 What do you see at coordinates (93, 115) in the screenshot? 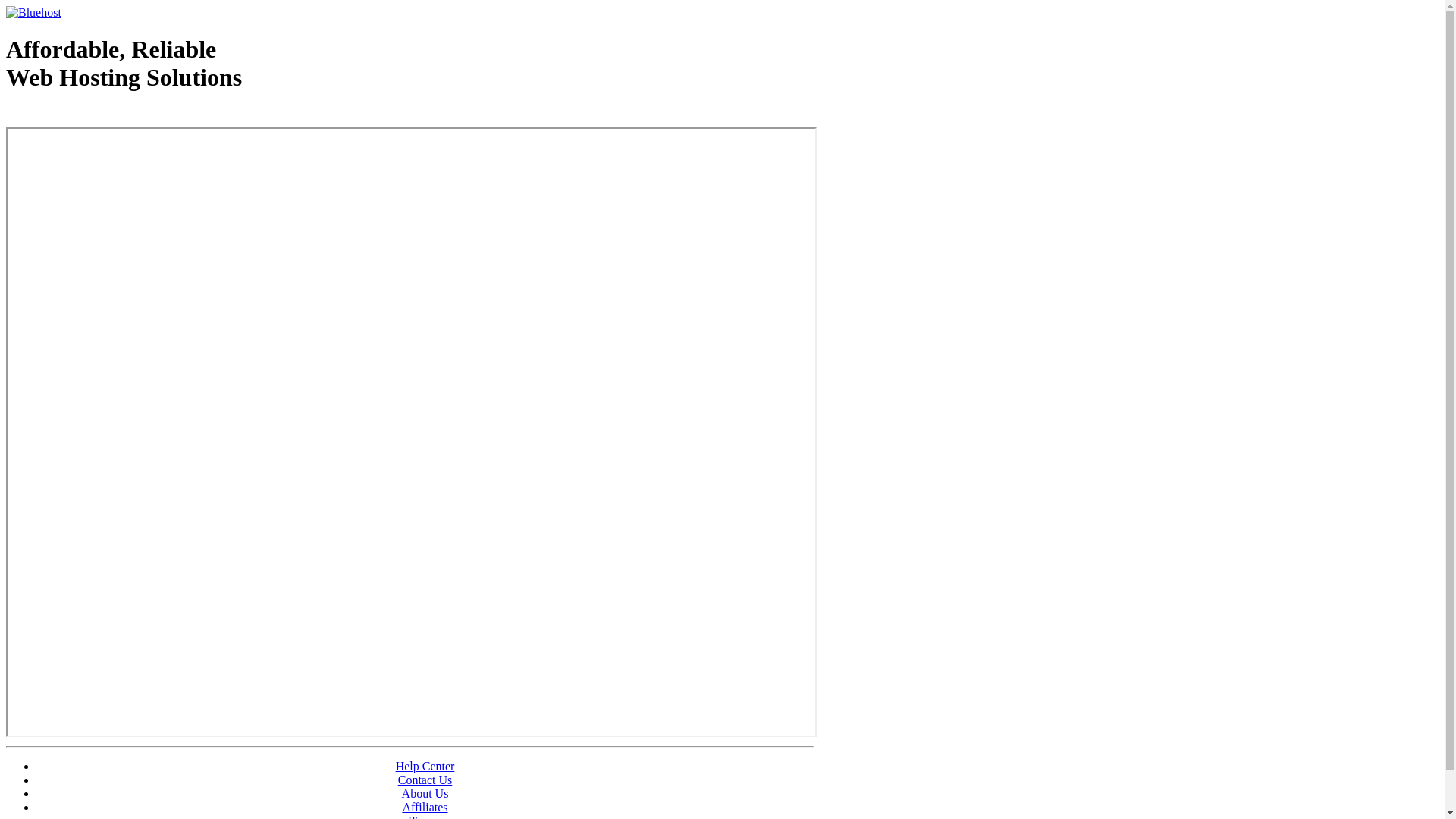
I see `'Web Hosting - courtesy of www.bluehost.com'` at bounding box center [93, 115].